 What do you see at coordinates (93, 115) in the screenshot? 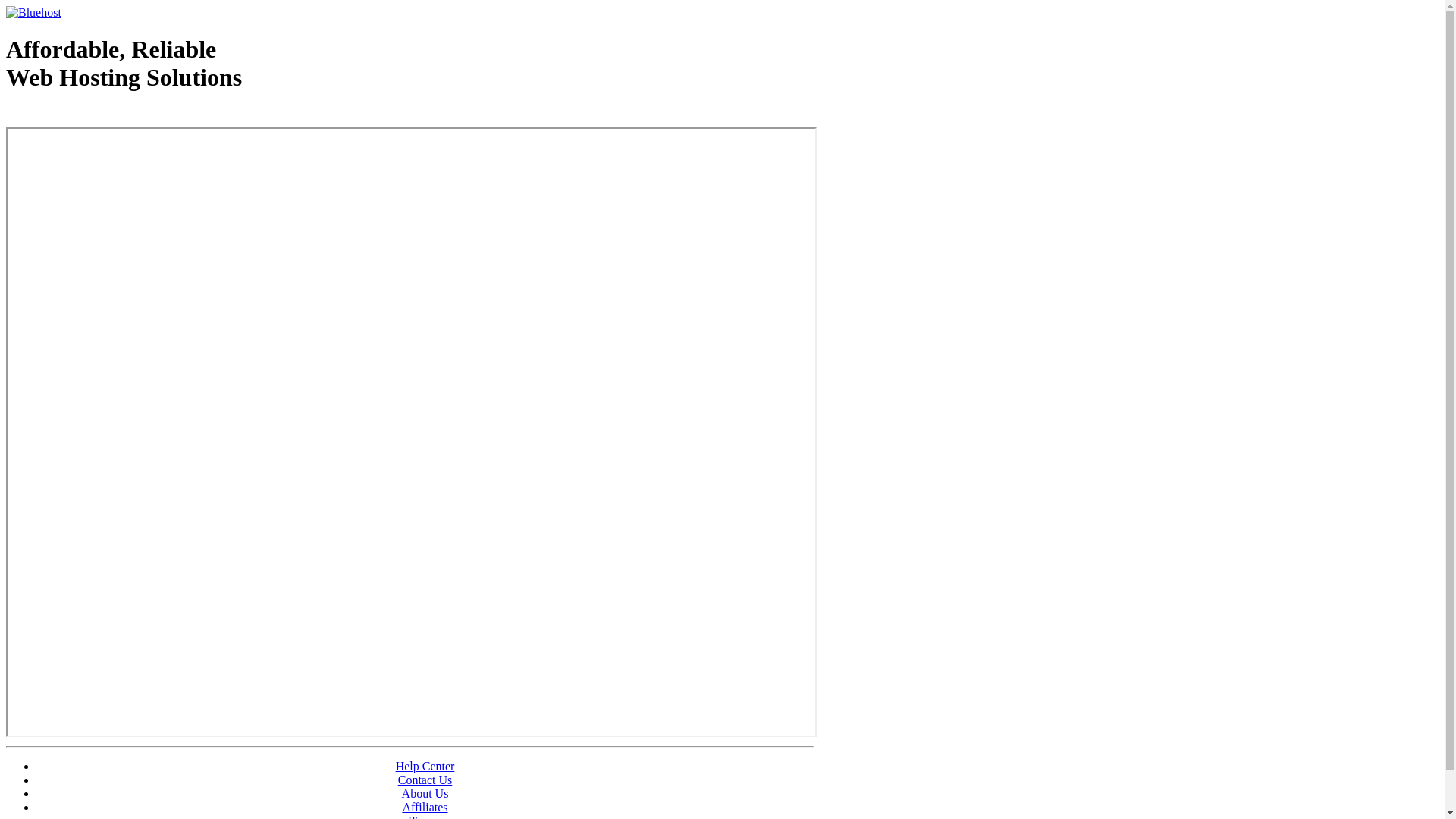
I see `'Web Hosting - courtesy of www.bluehost.com'` at bounding box center [93, 115].